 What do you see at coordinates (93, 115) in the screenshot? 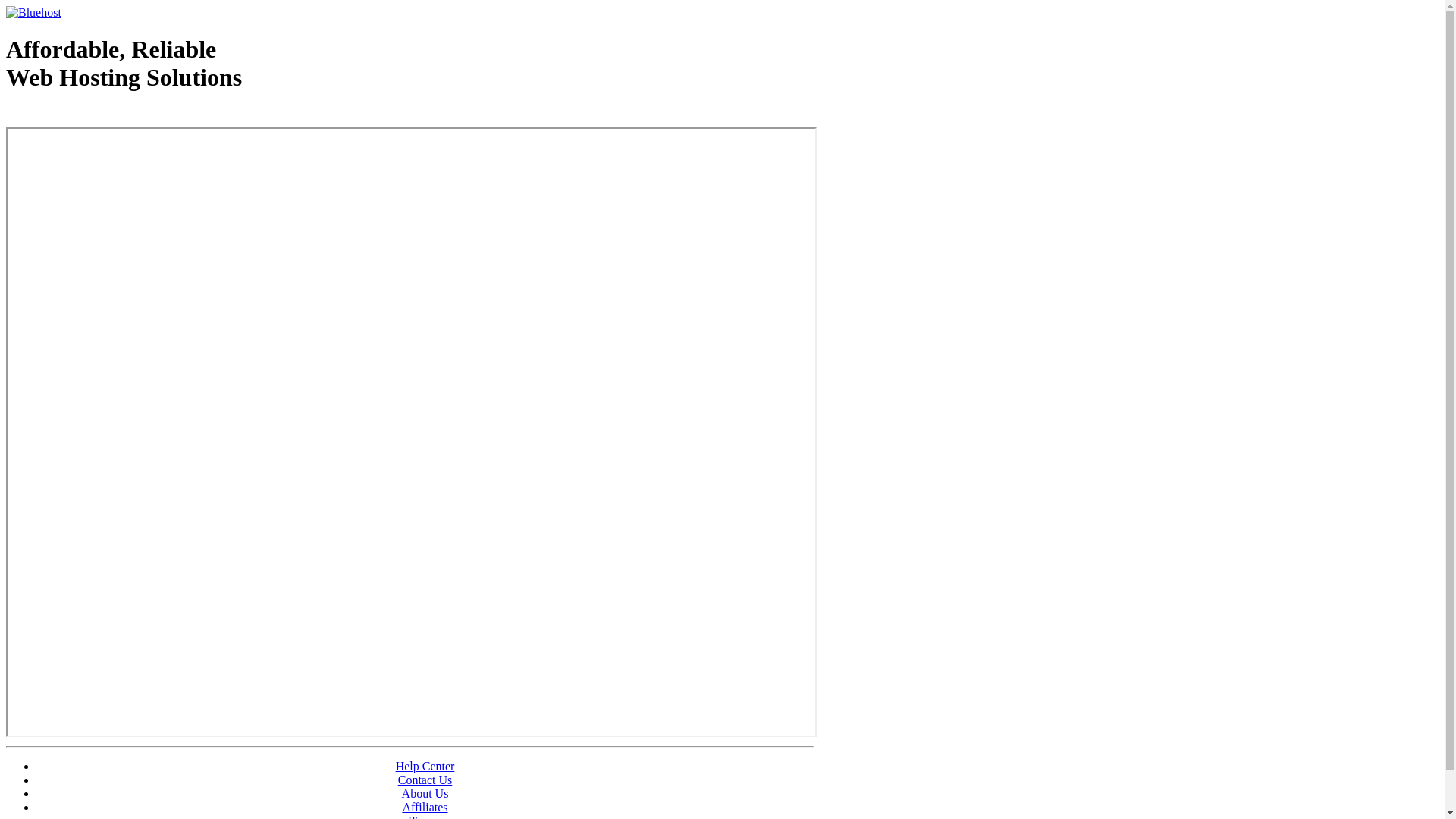
I see `'Web Hosting - courtesy of www.bluehost.com'` at bounding box center [93, 115].